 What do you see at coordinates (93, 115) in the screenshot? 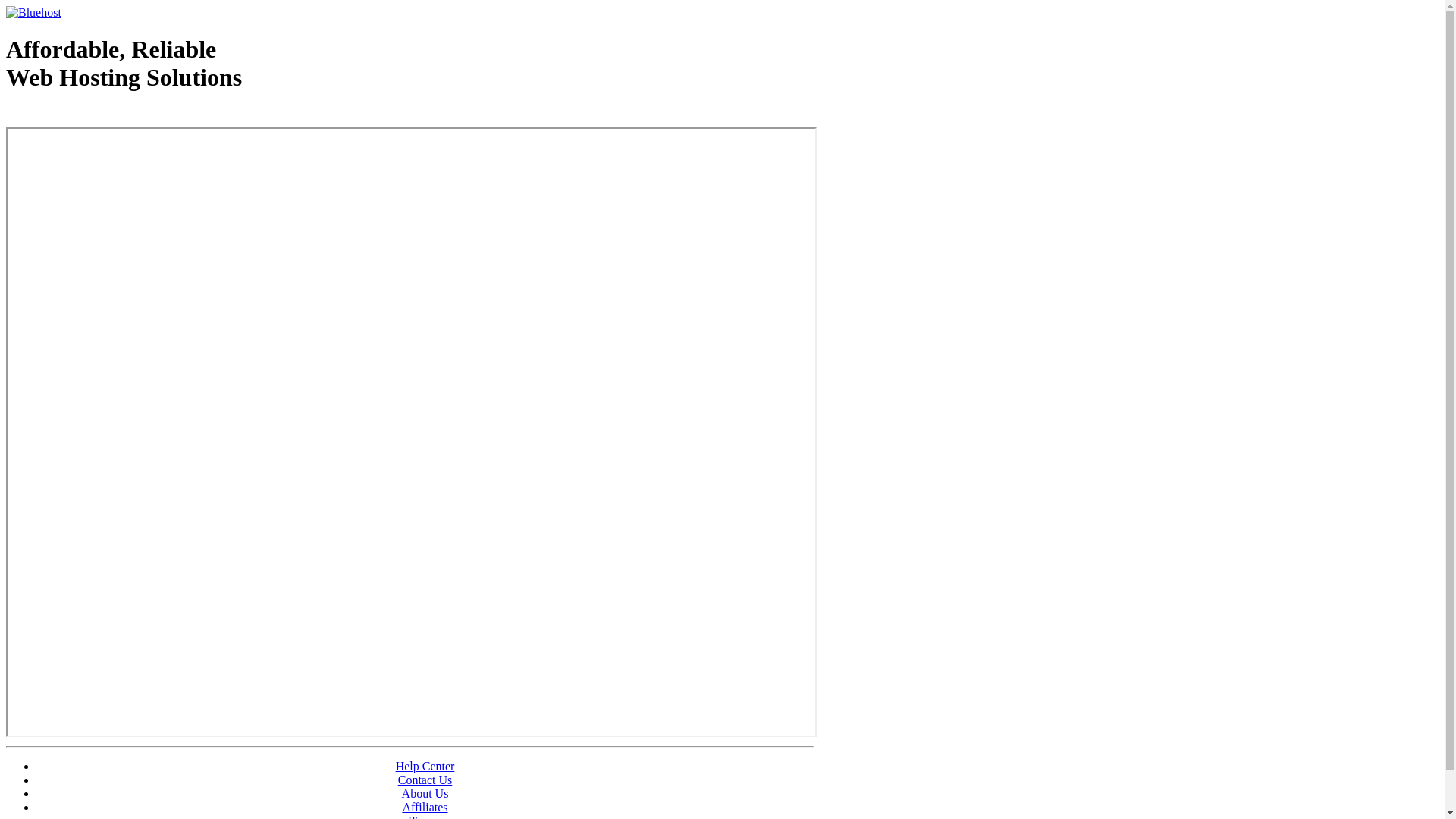
I see `'Web Hosting - courtesy of www.bluehost.com'` at bounding box center [93, 115].